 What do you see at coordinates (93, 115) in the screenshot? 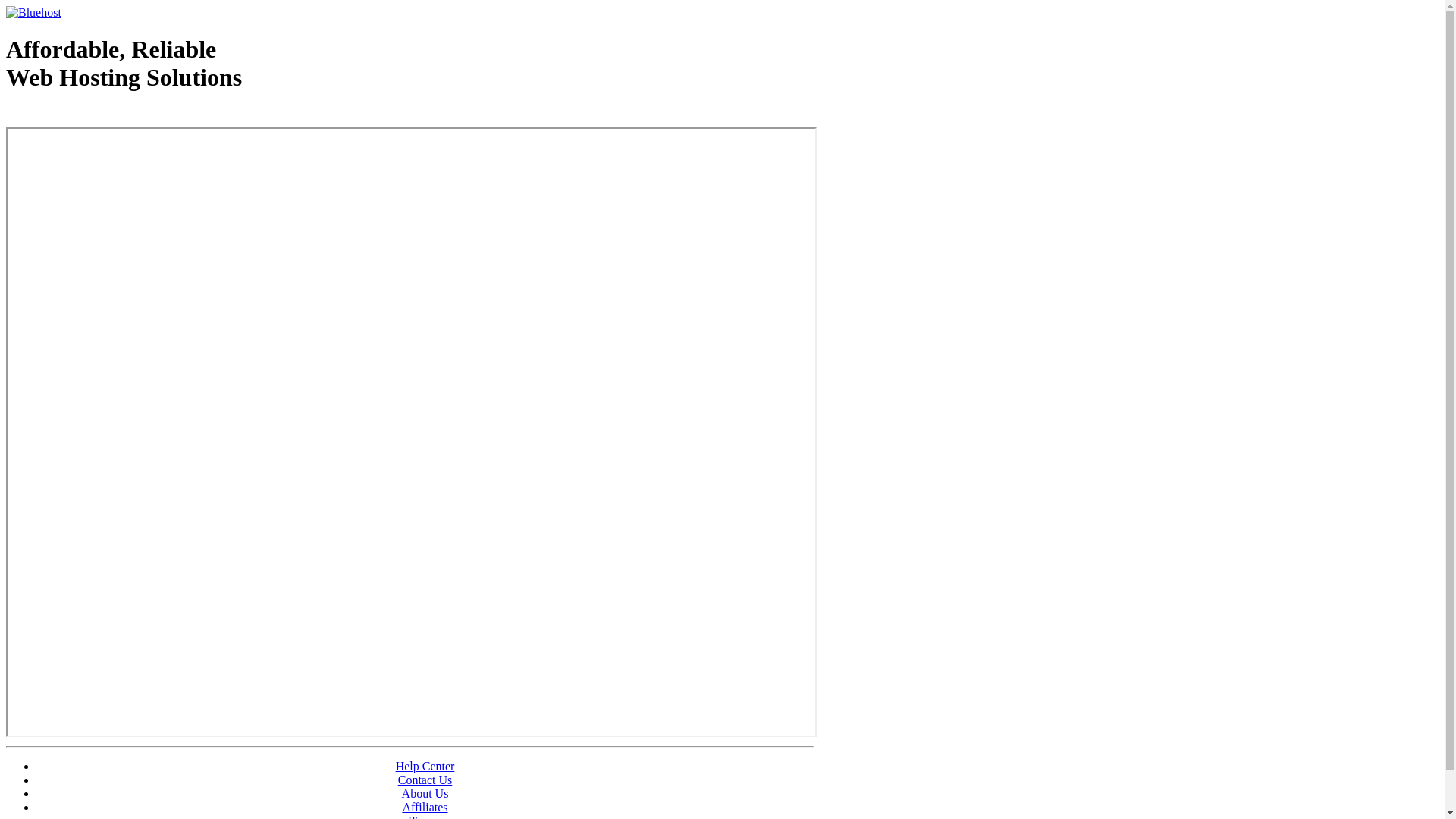
I see `'Web Hosting - courtesy of www.bluehost.com'` at bounding box center [93, 115].